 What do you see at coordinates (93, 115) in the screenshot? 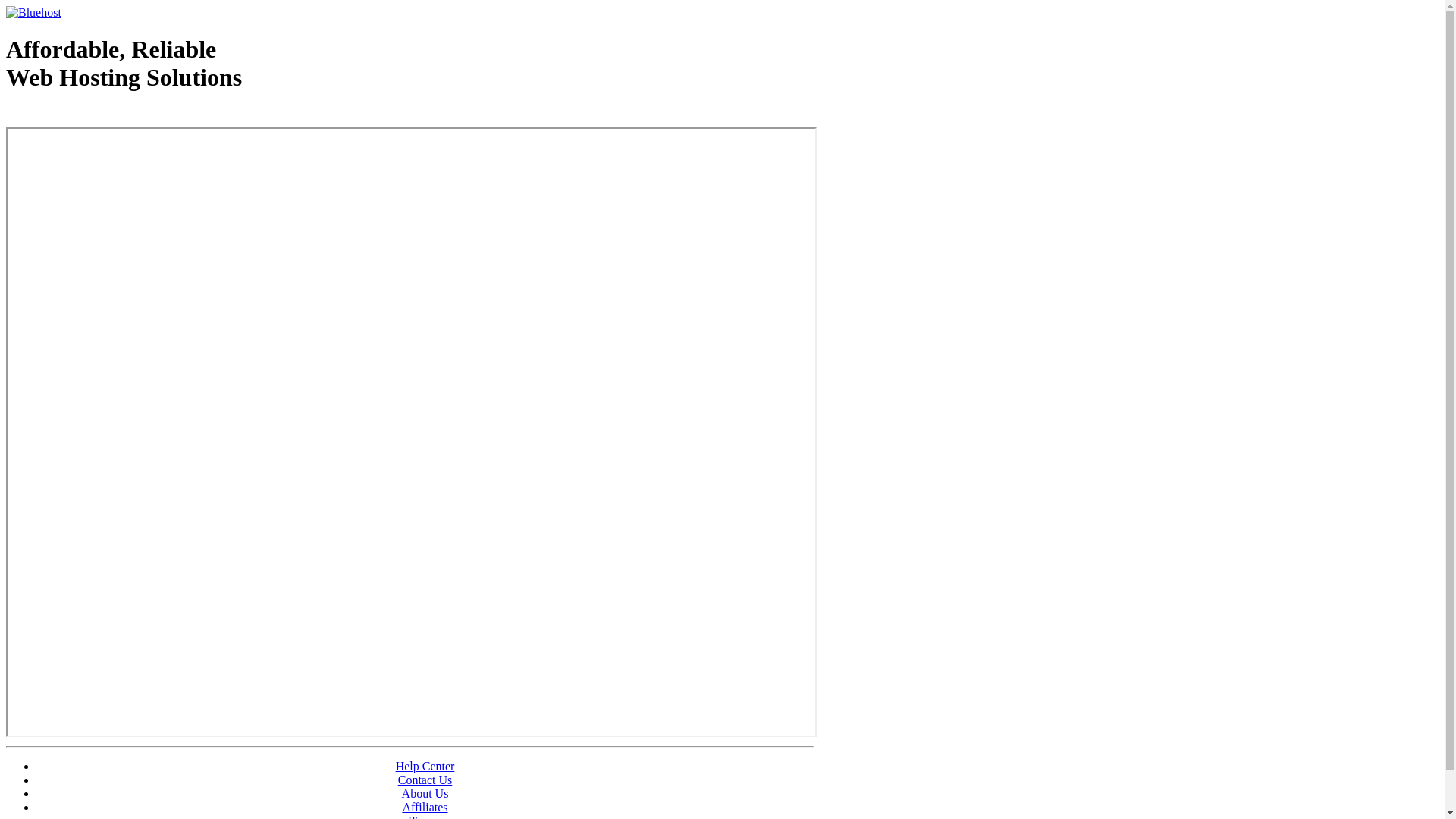
I see `'Web Hosting - courtesy of www.bluehost.com'` at bounding box center [93, 115].